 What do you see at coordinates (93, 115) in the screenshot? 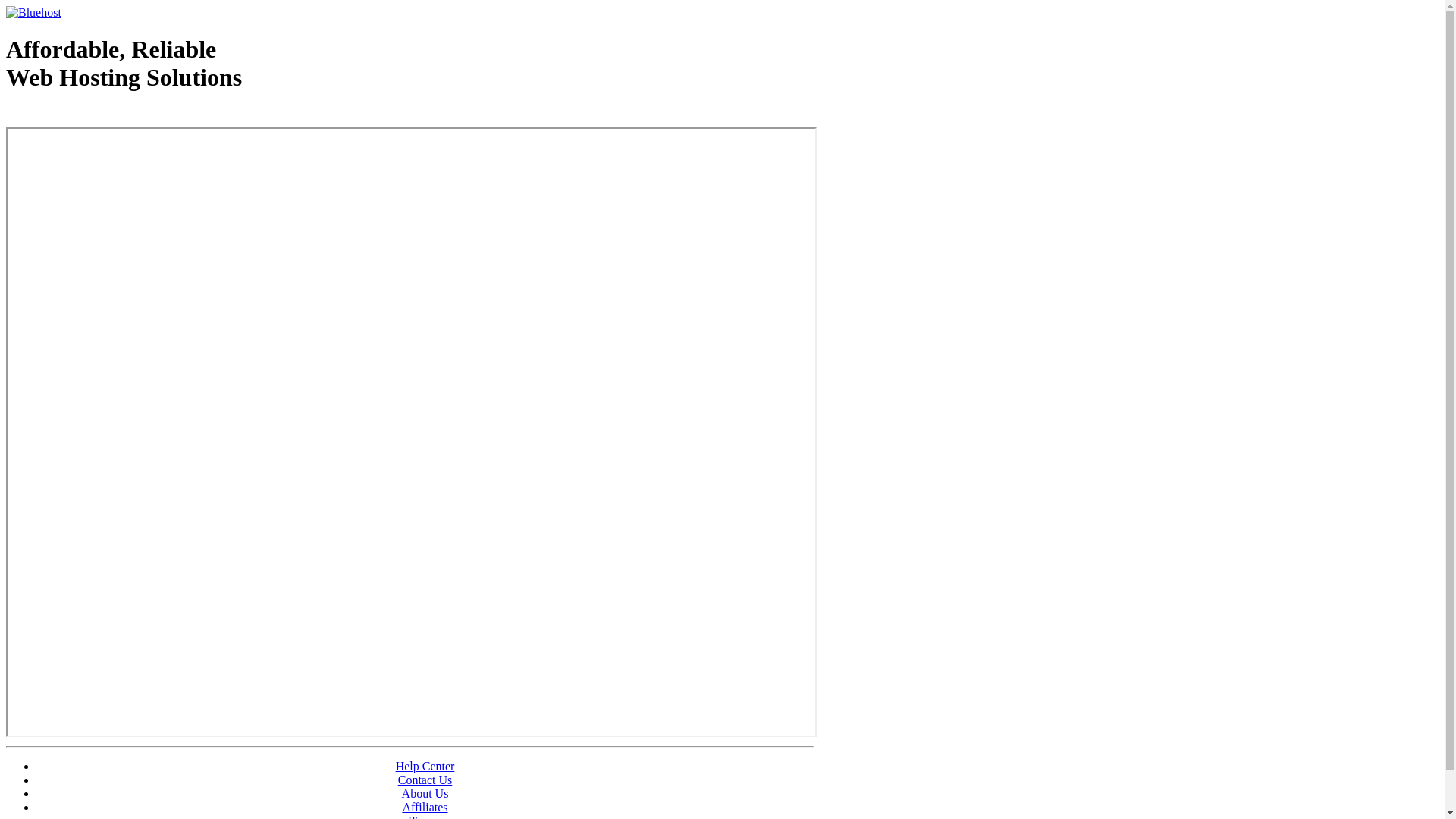
I see `'Web Hosting - courtesy of www.bluehost.com'` at bounding box center [93, 115].